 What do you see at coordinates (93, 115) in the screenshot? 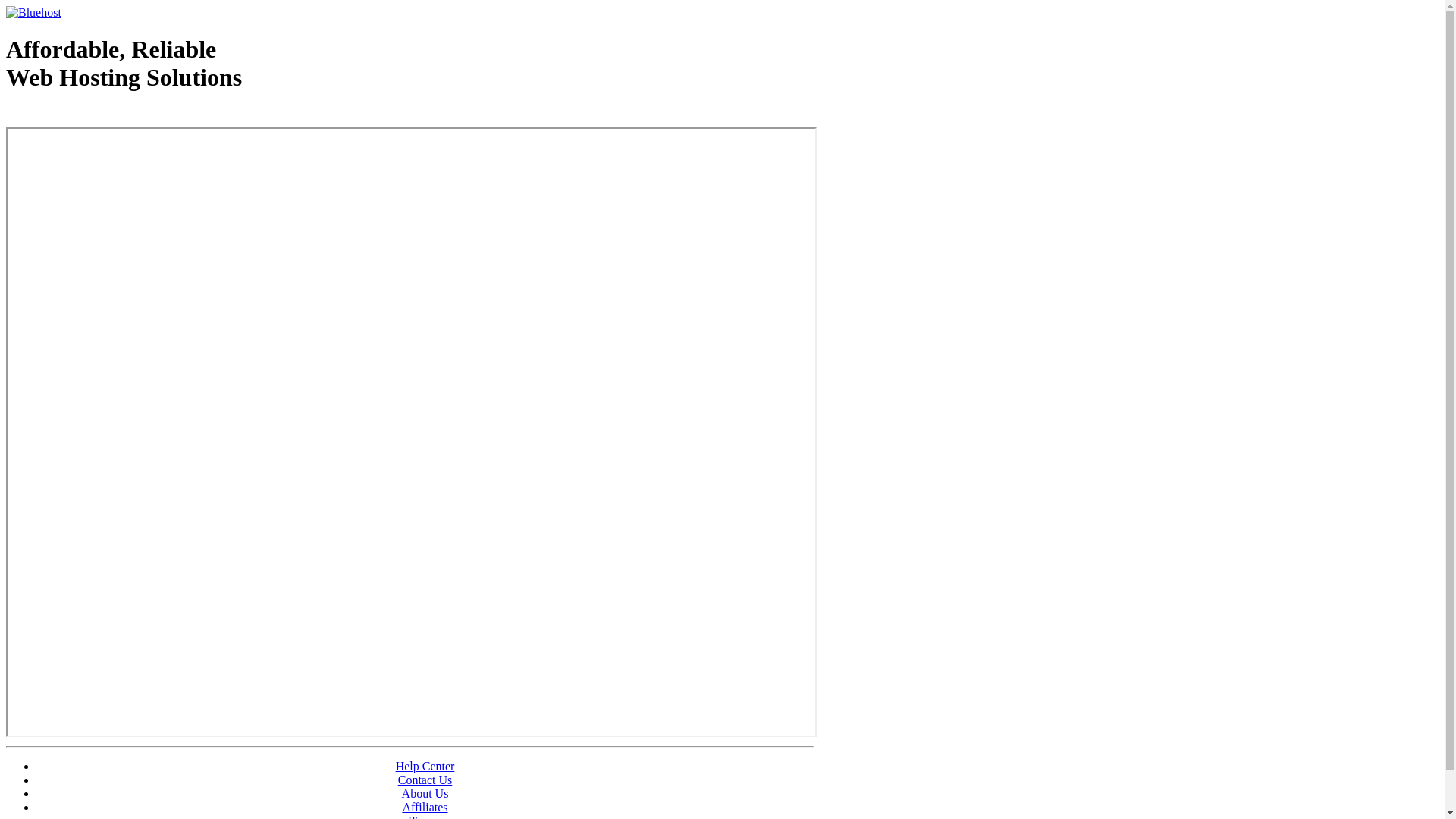
I see `'Web Hosting - courtesy of www.bluehost.com'` at bounding box center [93, 115].